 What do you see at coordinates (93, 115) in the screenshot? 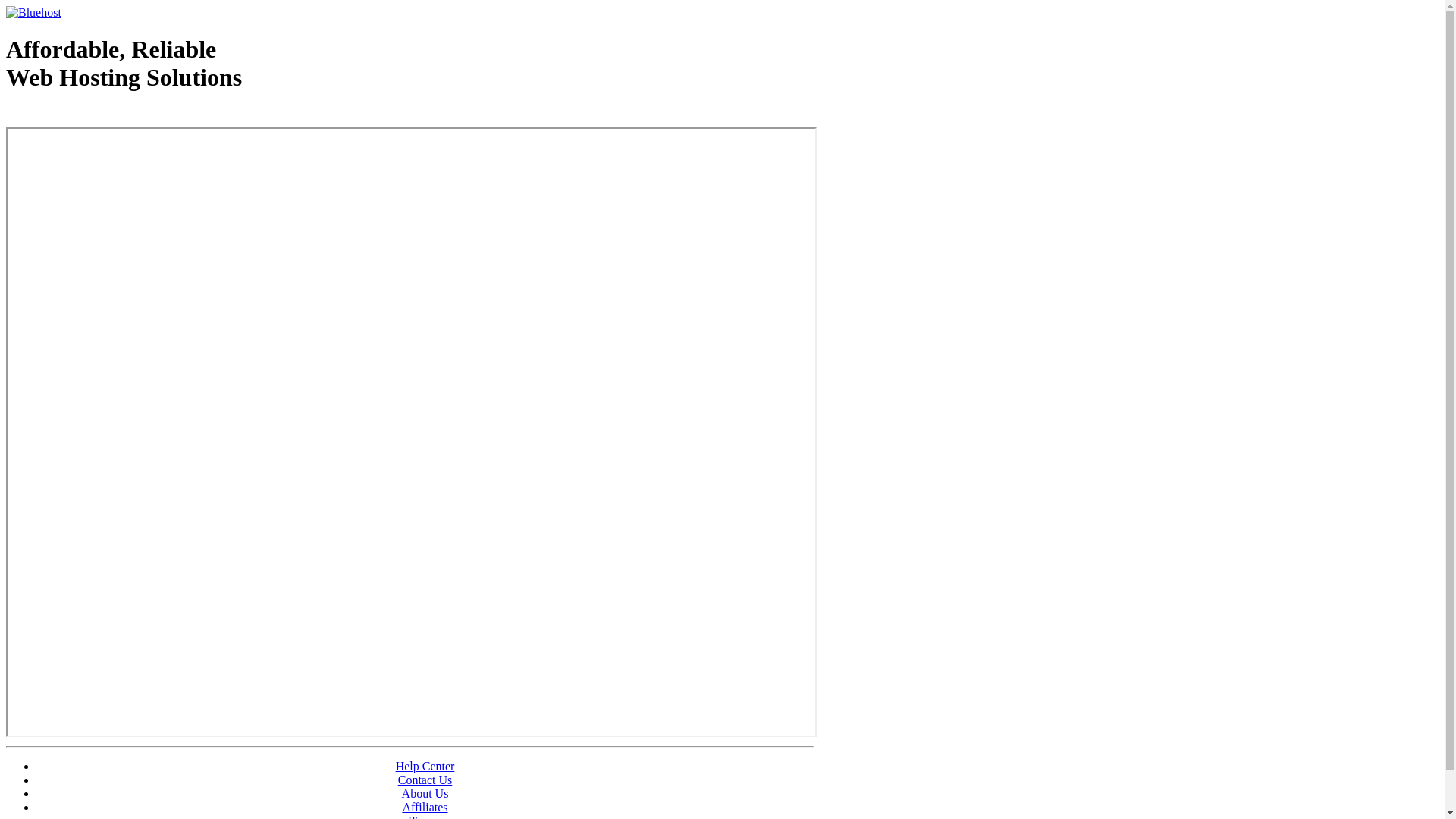
I see `'Web Hosting - courtesy of www.bluehost.com'` at bounding box center [93, 115].